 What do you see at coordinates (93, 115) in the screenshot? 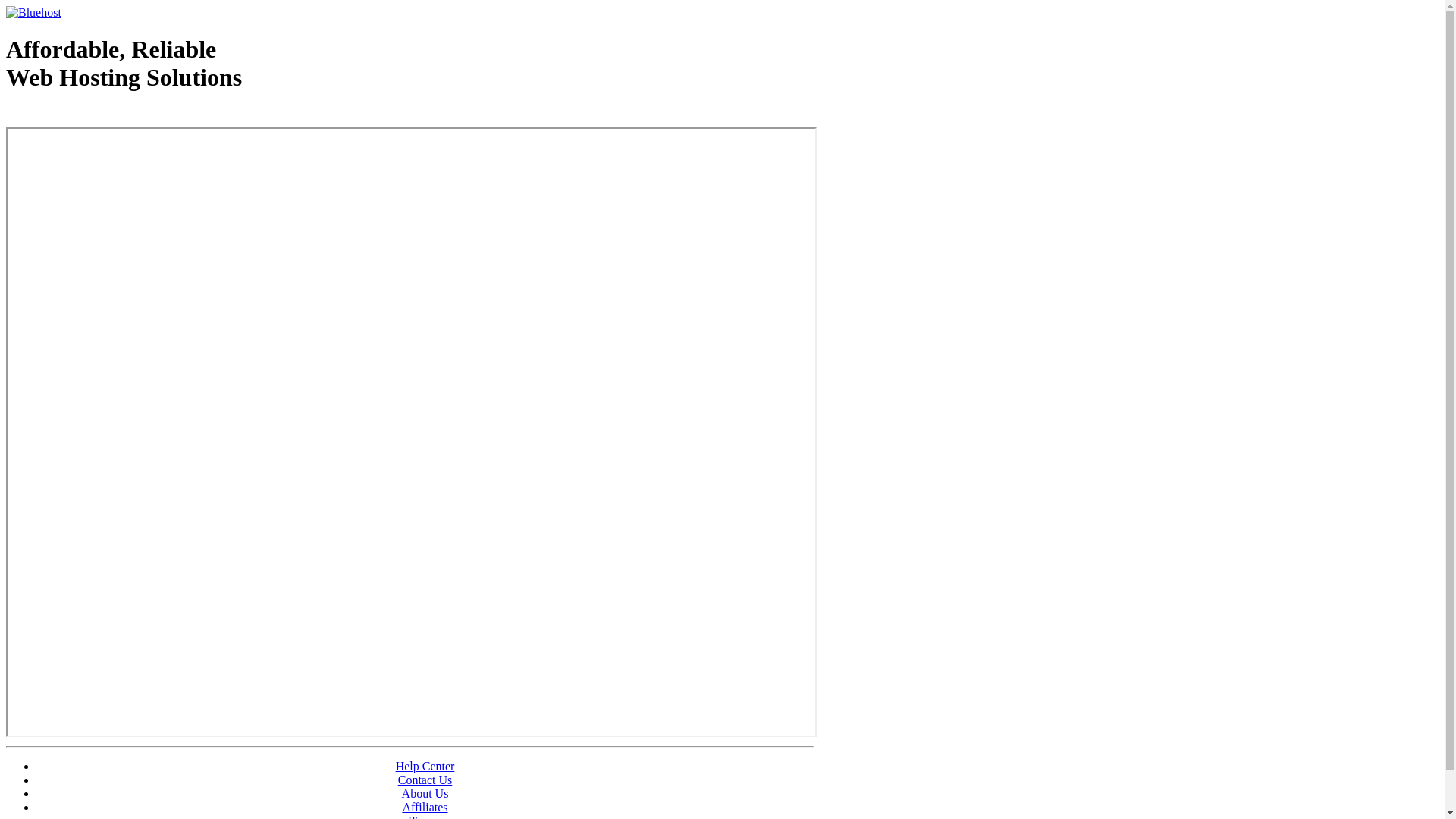
I see `'Web Hosting - courtesy of www.bluehost.com'` at bounding box center [93, 115].